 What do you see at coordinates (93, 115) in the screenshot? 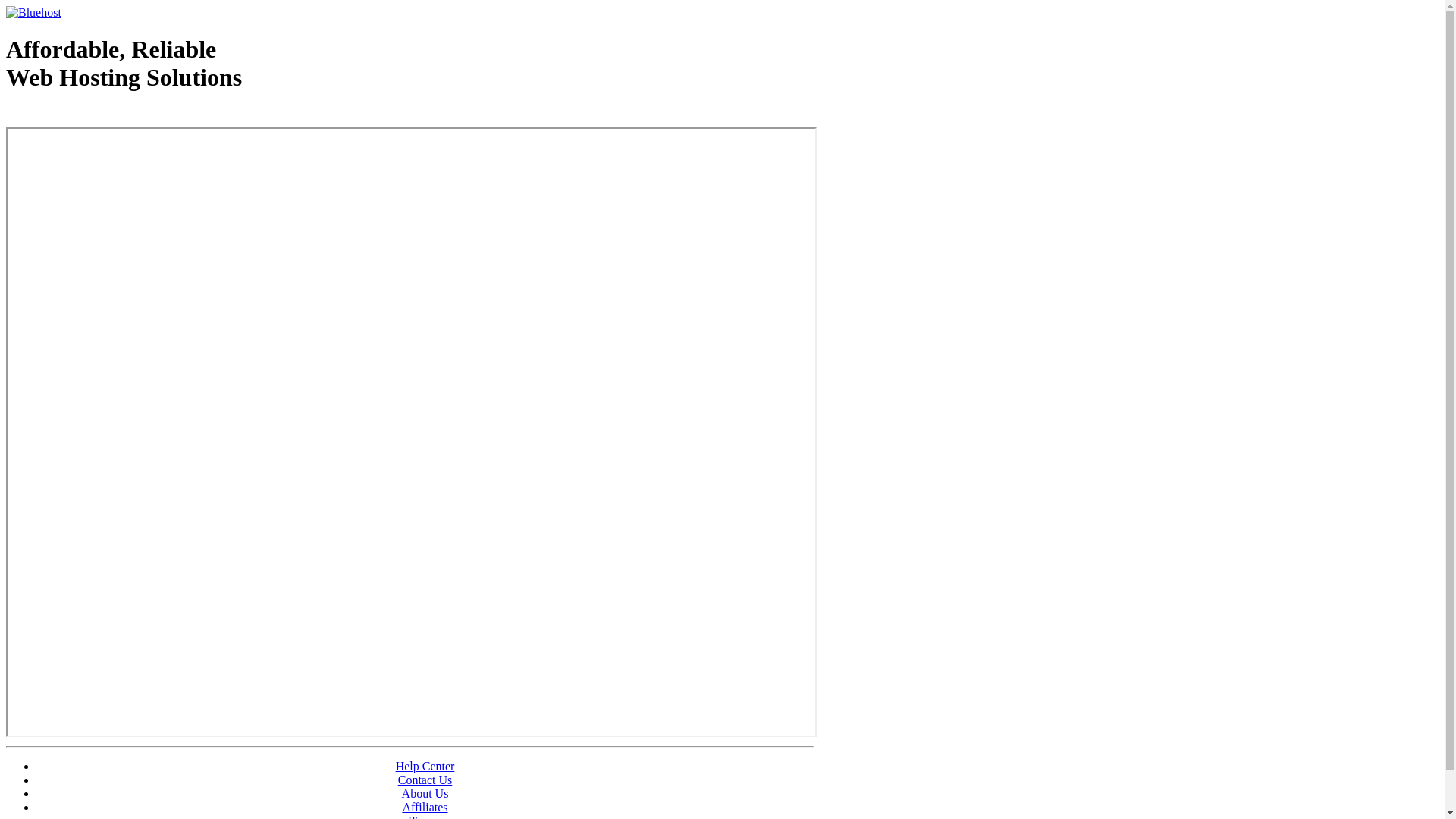
I see `'Web Hosting - courtesy of www.bluehost.com'` at bounding box center [93, 115].